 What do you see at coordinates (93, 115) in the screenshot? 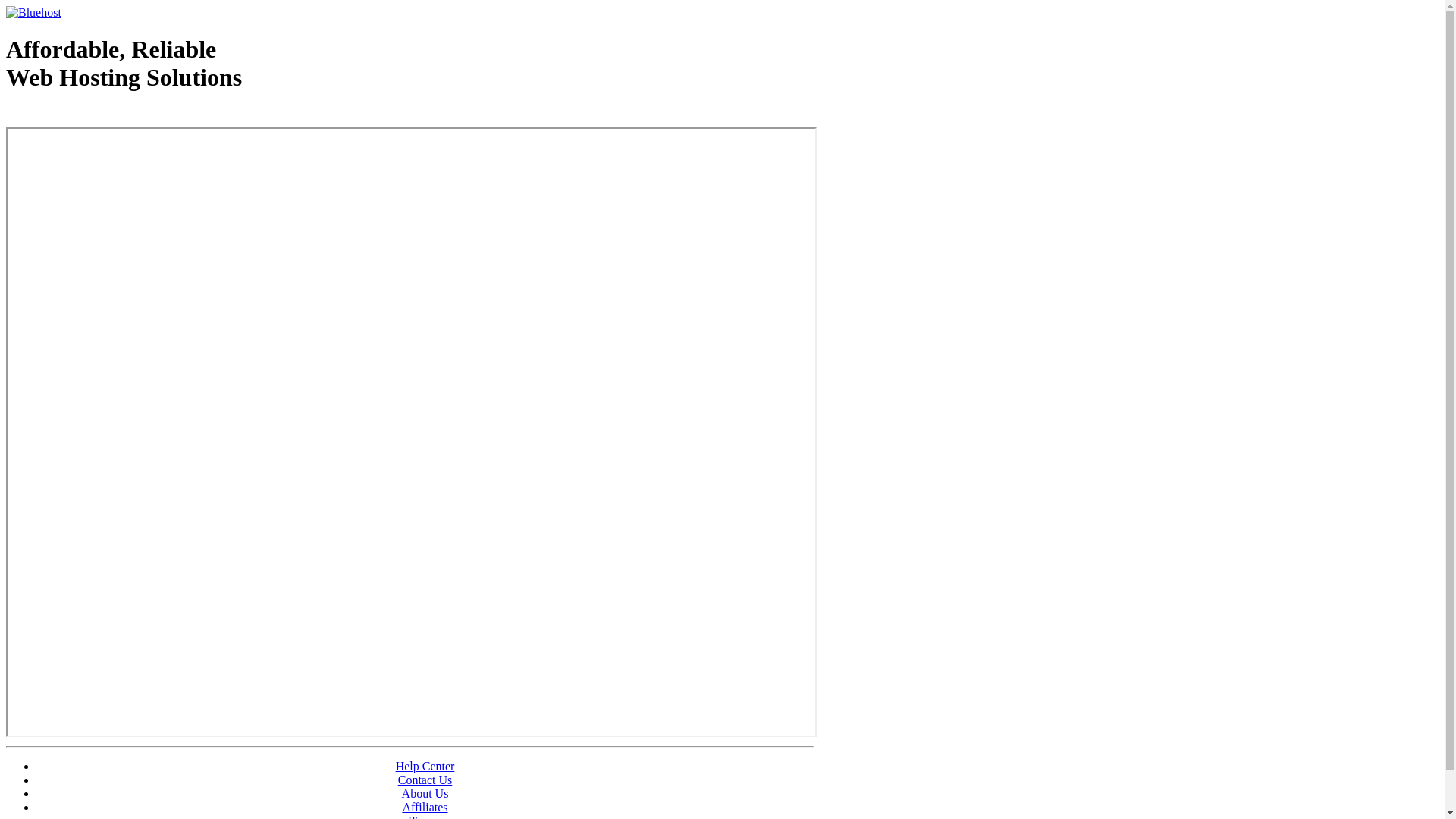
I see `'Web Hosting - courtesy of www.bluehost.com'` at bounding box center [93, 115].